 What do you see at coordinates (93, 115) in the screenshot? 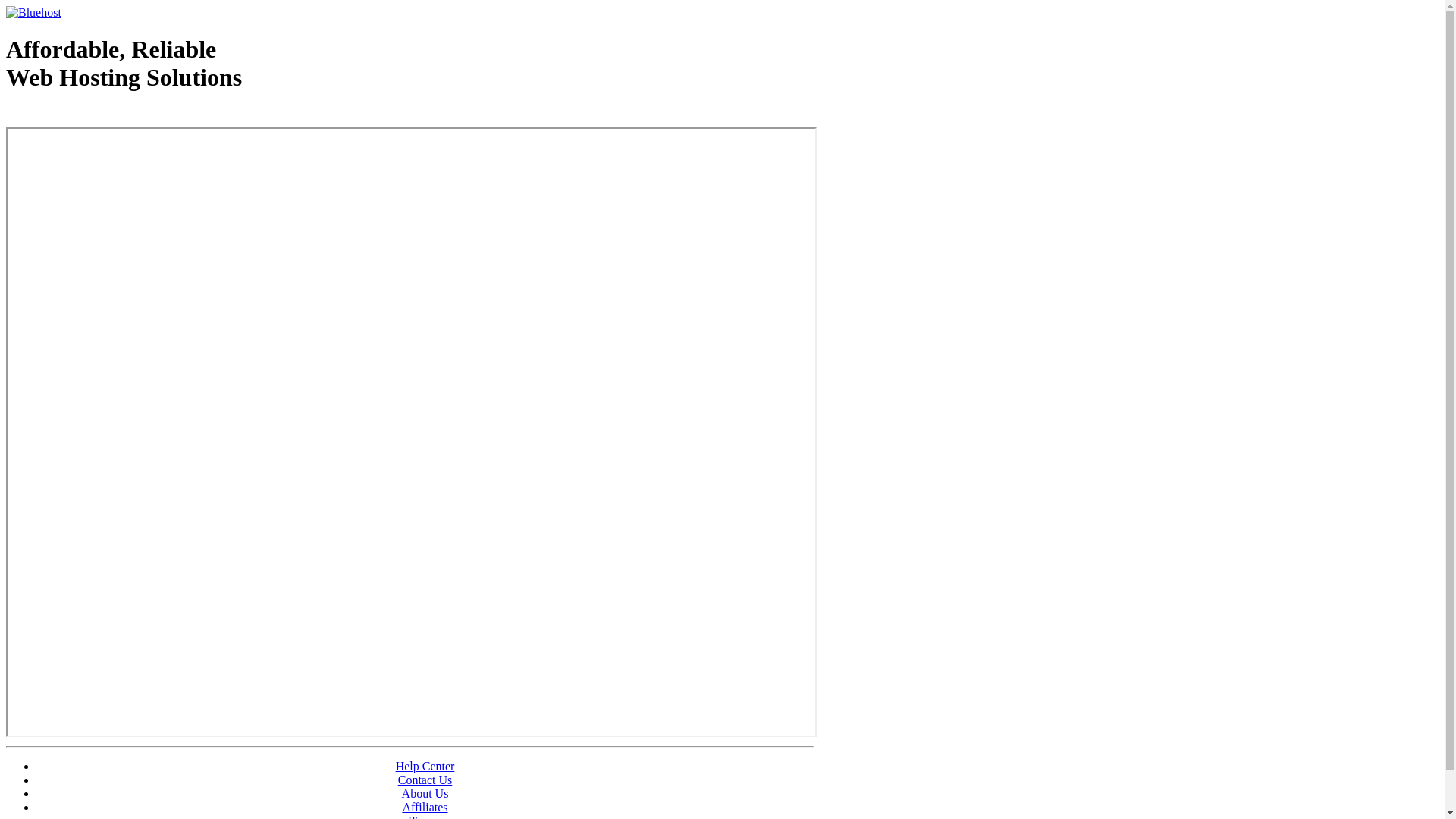
I see `'Web Hosting - courtesy of www.bluehost.com'` at bounding box center [93, 115].